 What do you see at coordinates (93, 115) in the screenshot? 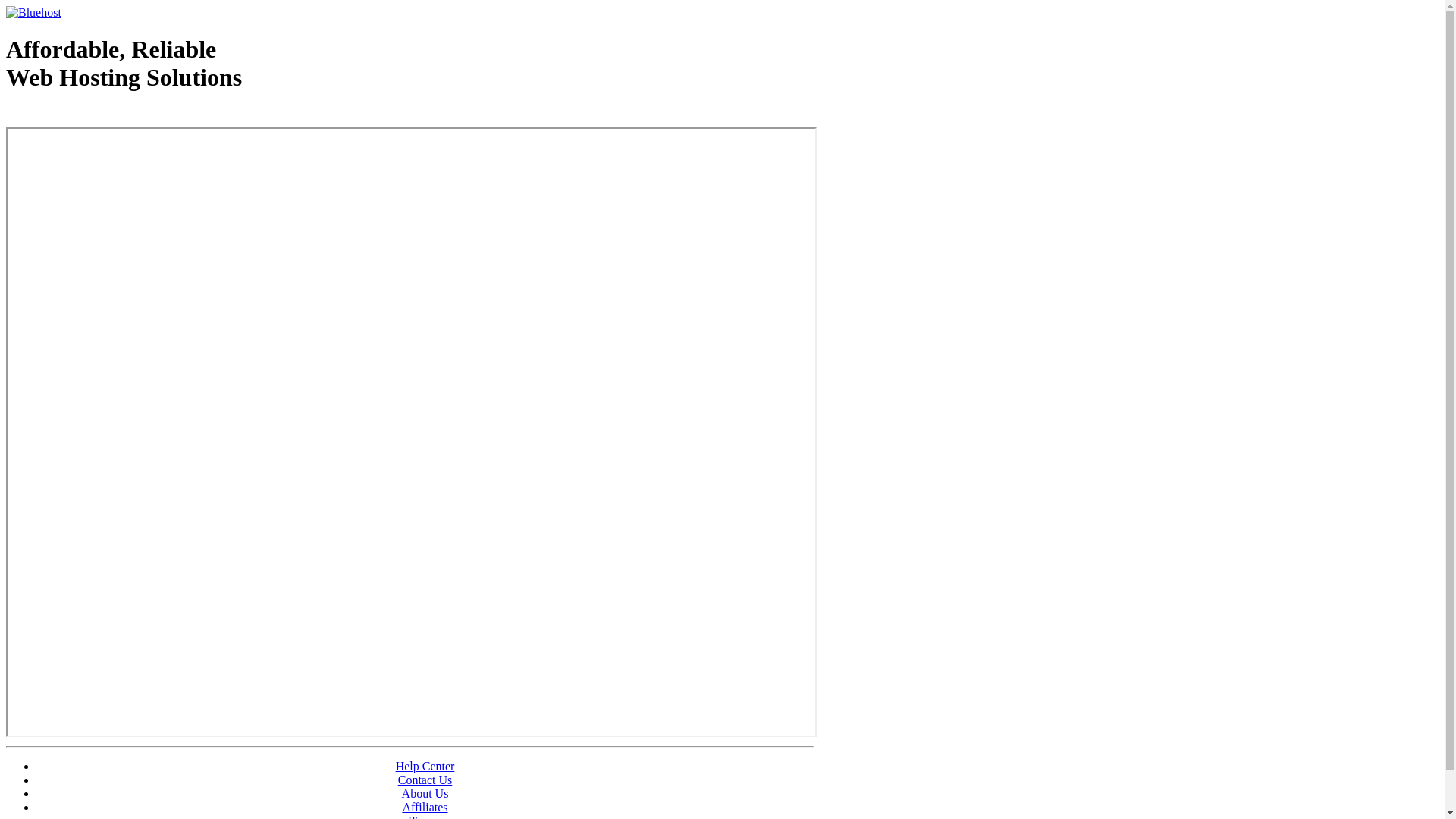
I see `'Web Hosting - courtesy of www.bluehost.com'` at bounding box center [93, 115].